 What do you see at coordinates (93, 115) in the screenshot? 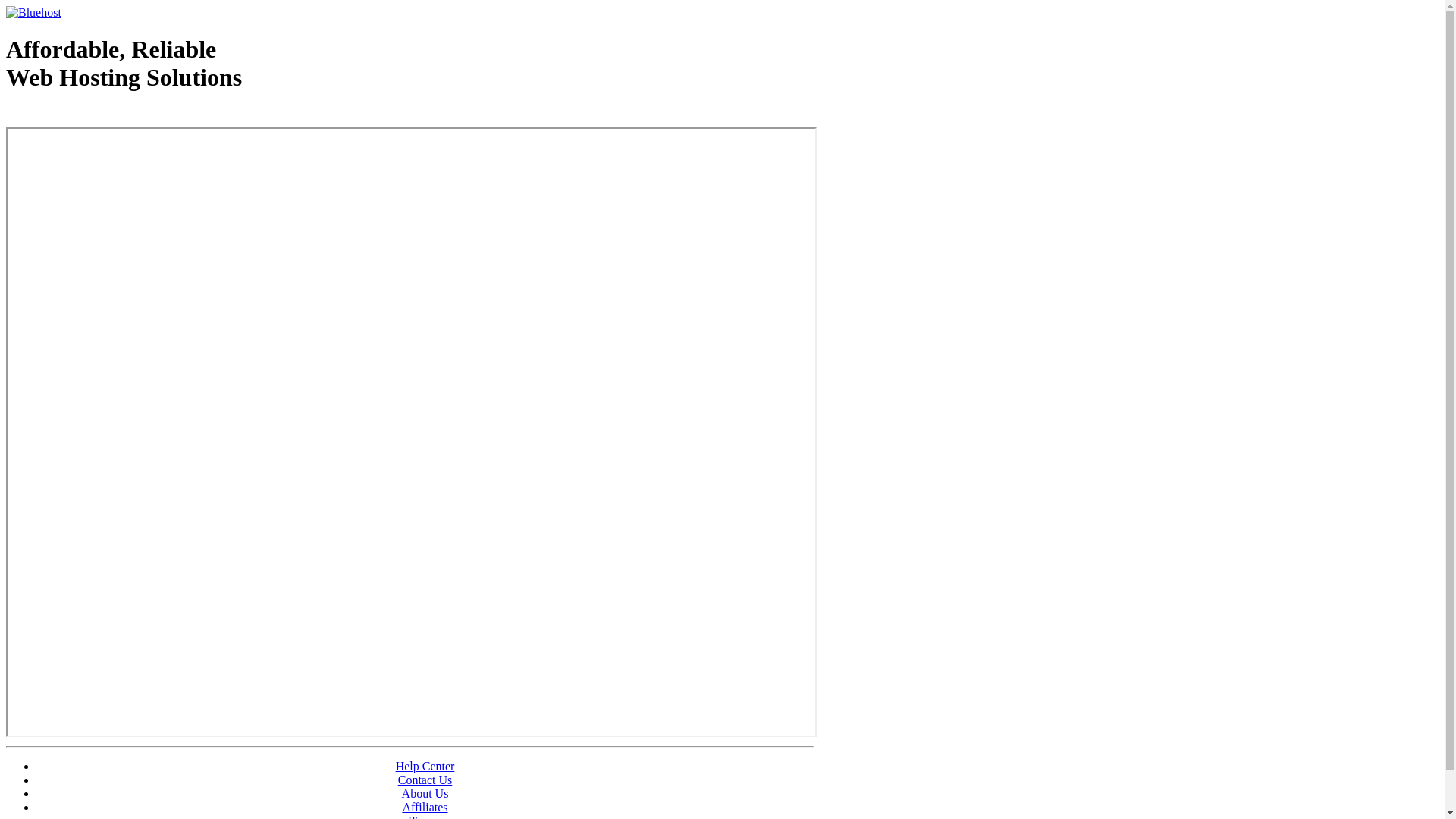
I see `'Web Hosting - courtesy of www.bluehost.com'` at bounding box center [93, 115].